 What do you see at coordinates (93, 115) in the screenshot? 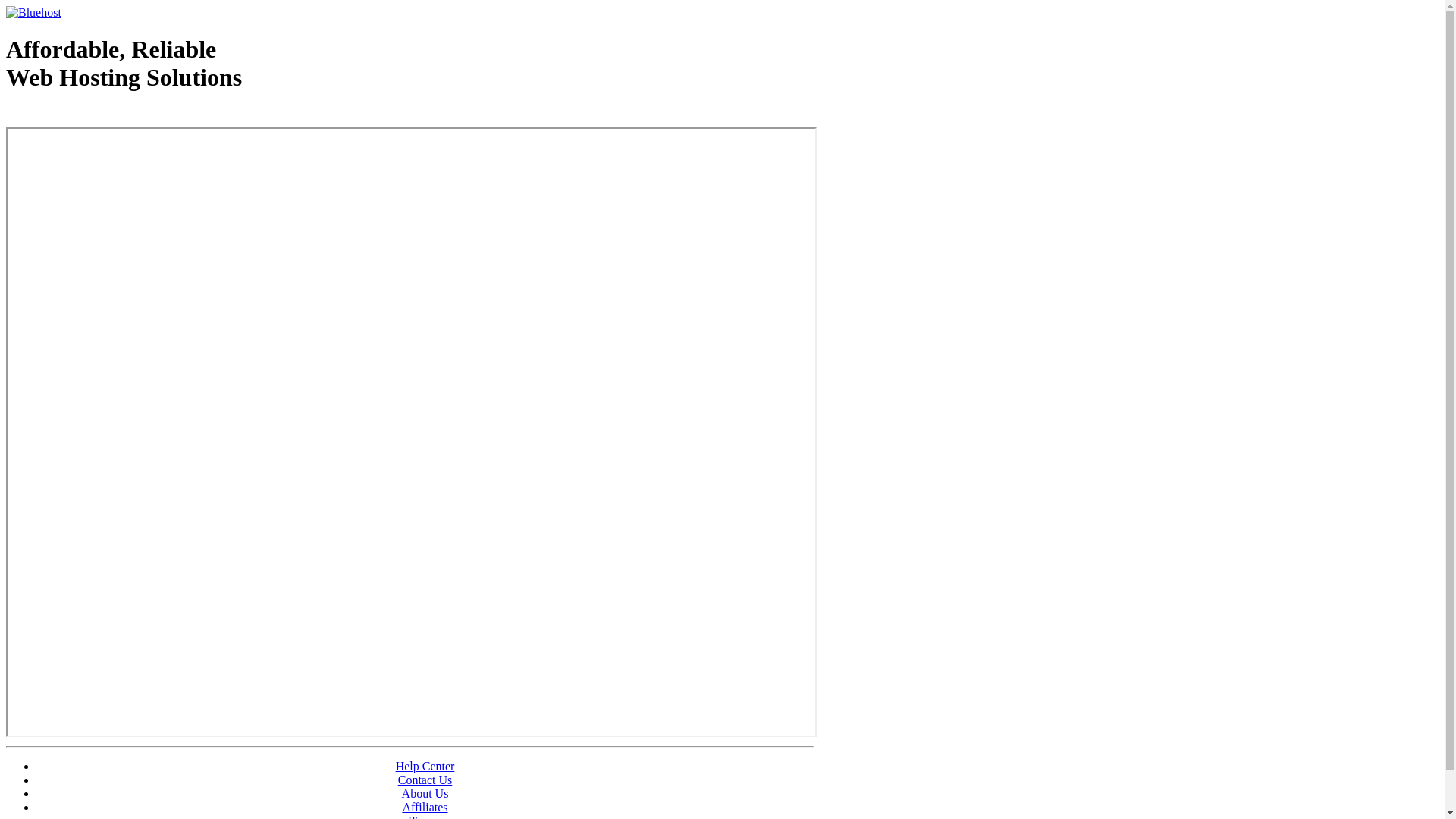
I see `'Web Hosting - courtesy of www.bluehost.com'` at bounding box center [93, 115].